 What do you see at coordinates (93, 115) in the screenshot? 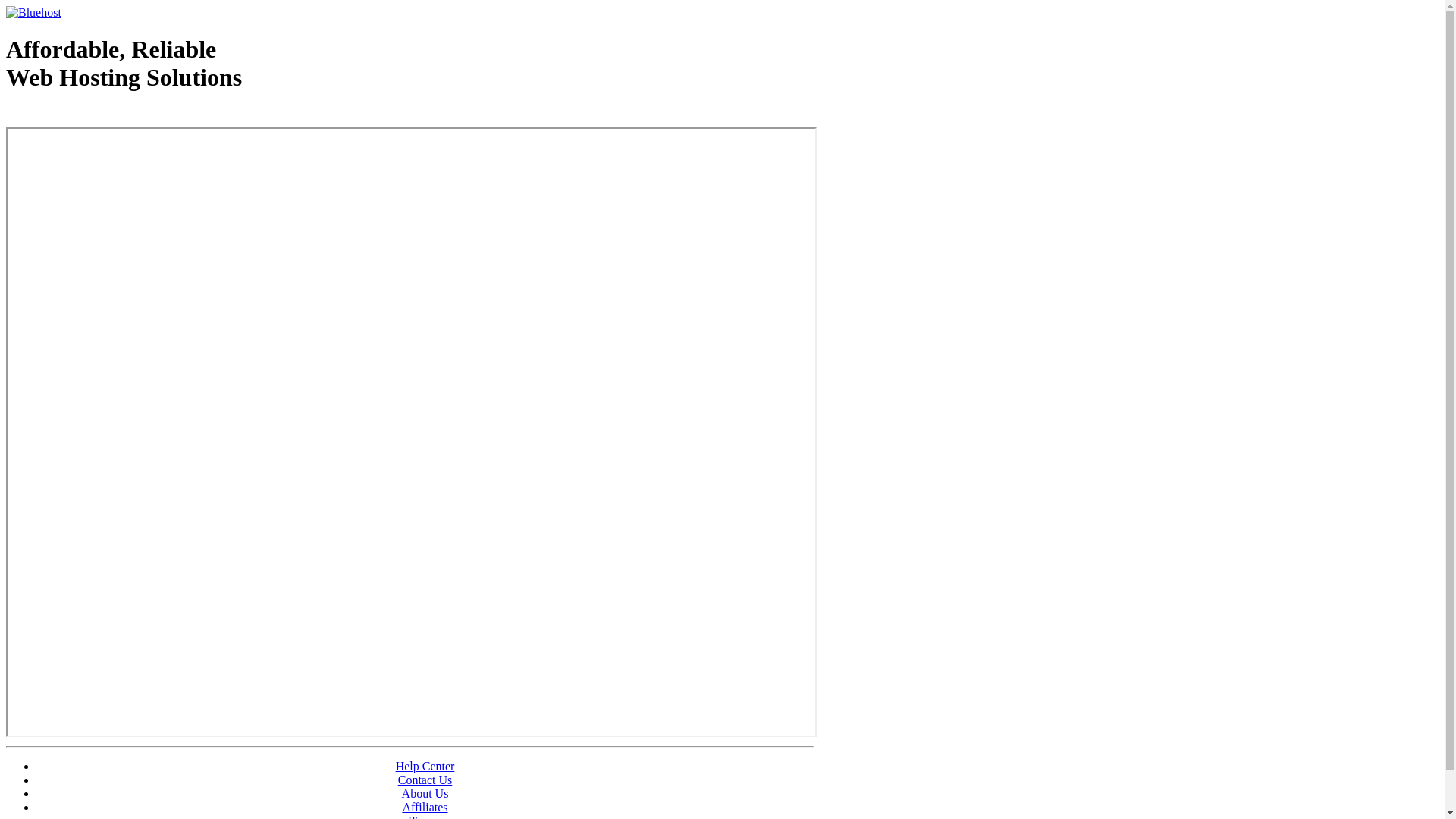
I see `'Web Hosting - courtesy of www.bluehost.com'` at bounding box center [93, 115].